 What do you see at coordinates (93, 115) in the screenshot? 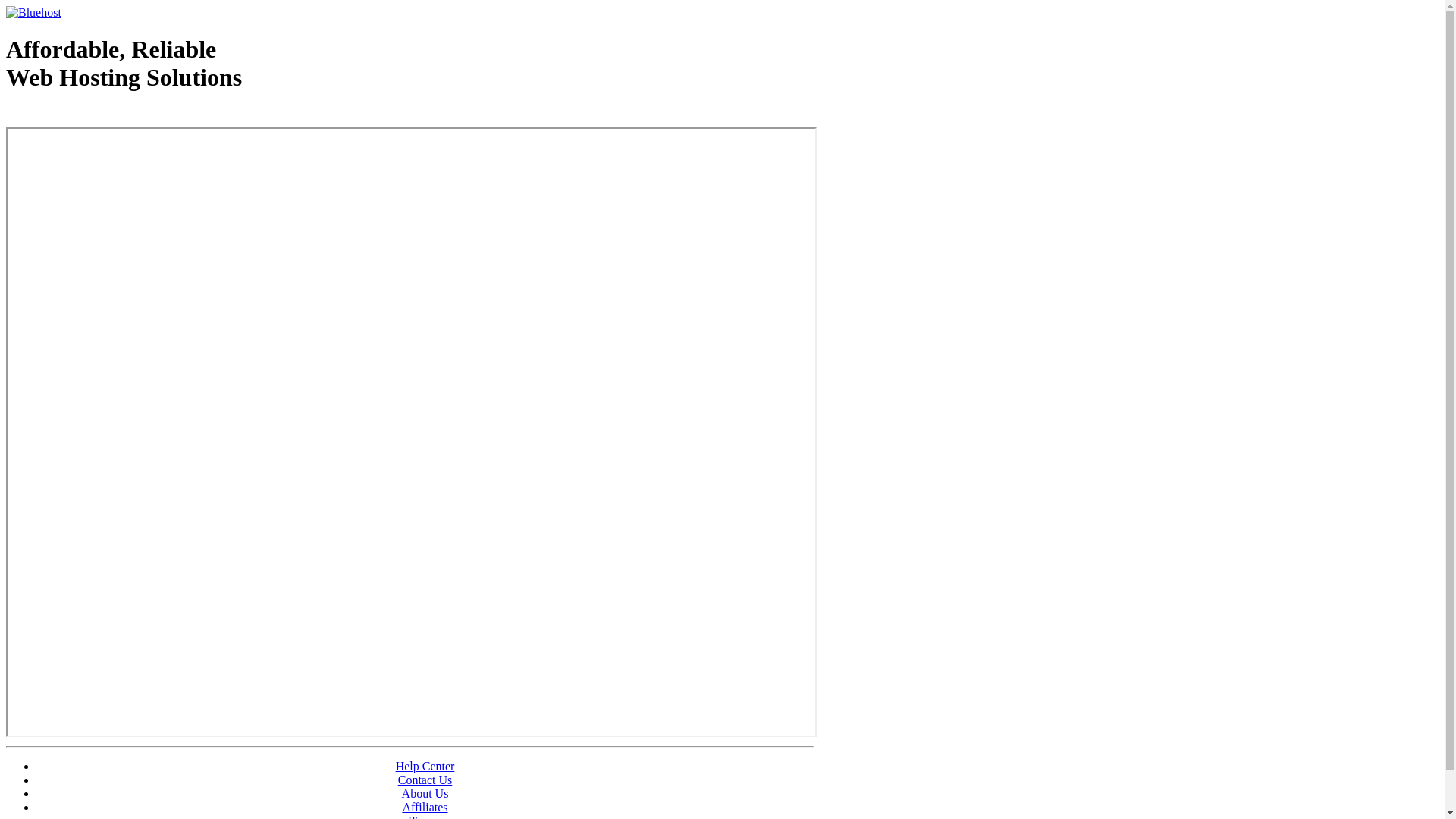
I see `'Web Hosting - courtesy of www.bluehost.com'` at bounding box center [93, 115].